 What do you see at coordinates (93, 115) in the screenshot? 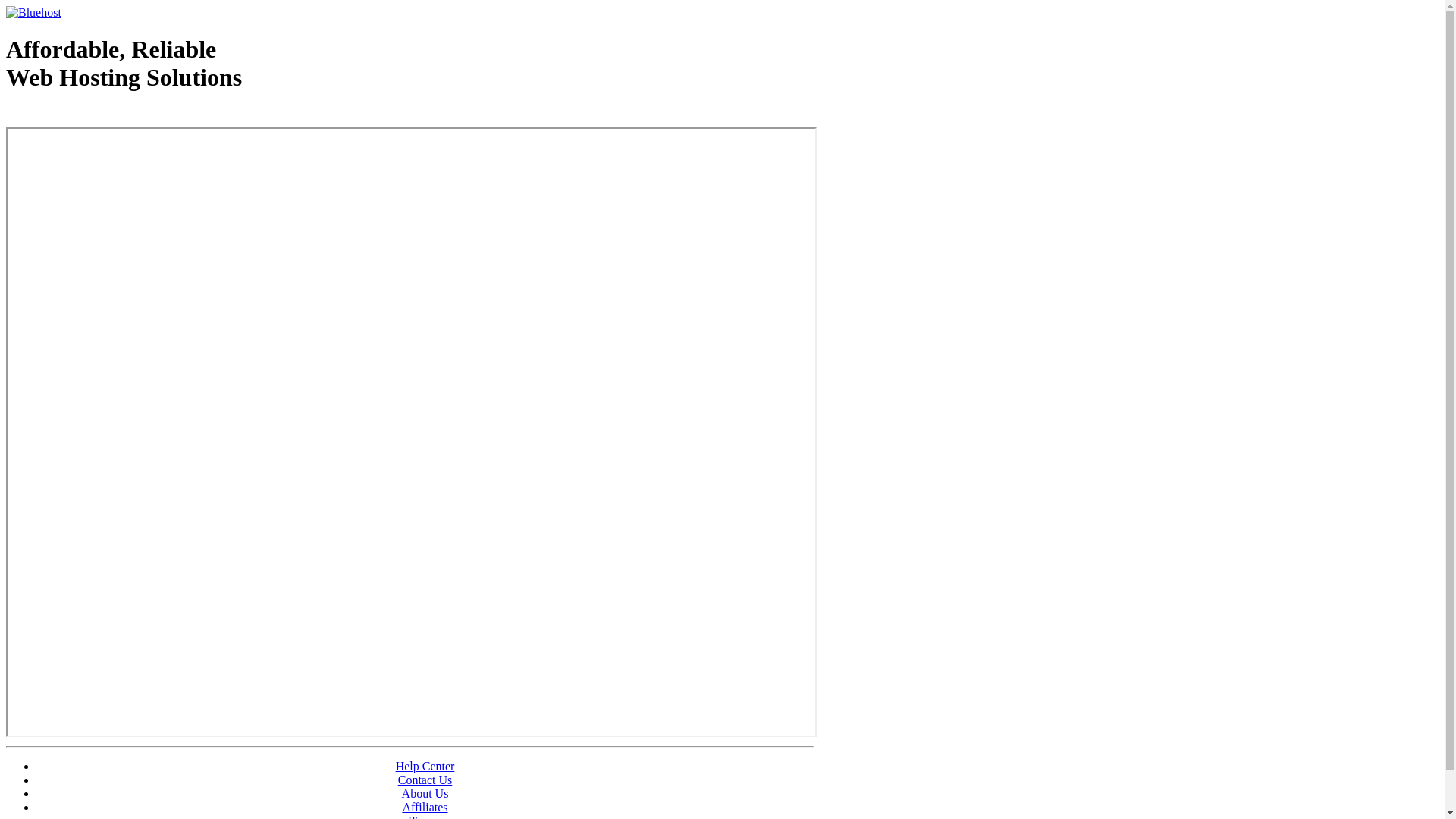
I see `'Web Hosting - courtesy of www.bluehost.com'` at bounding box center [93, 115].